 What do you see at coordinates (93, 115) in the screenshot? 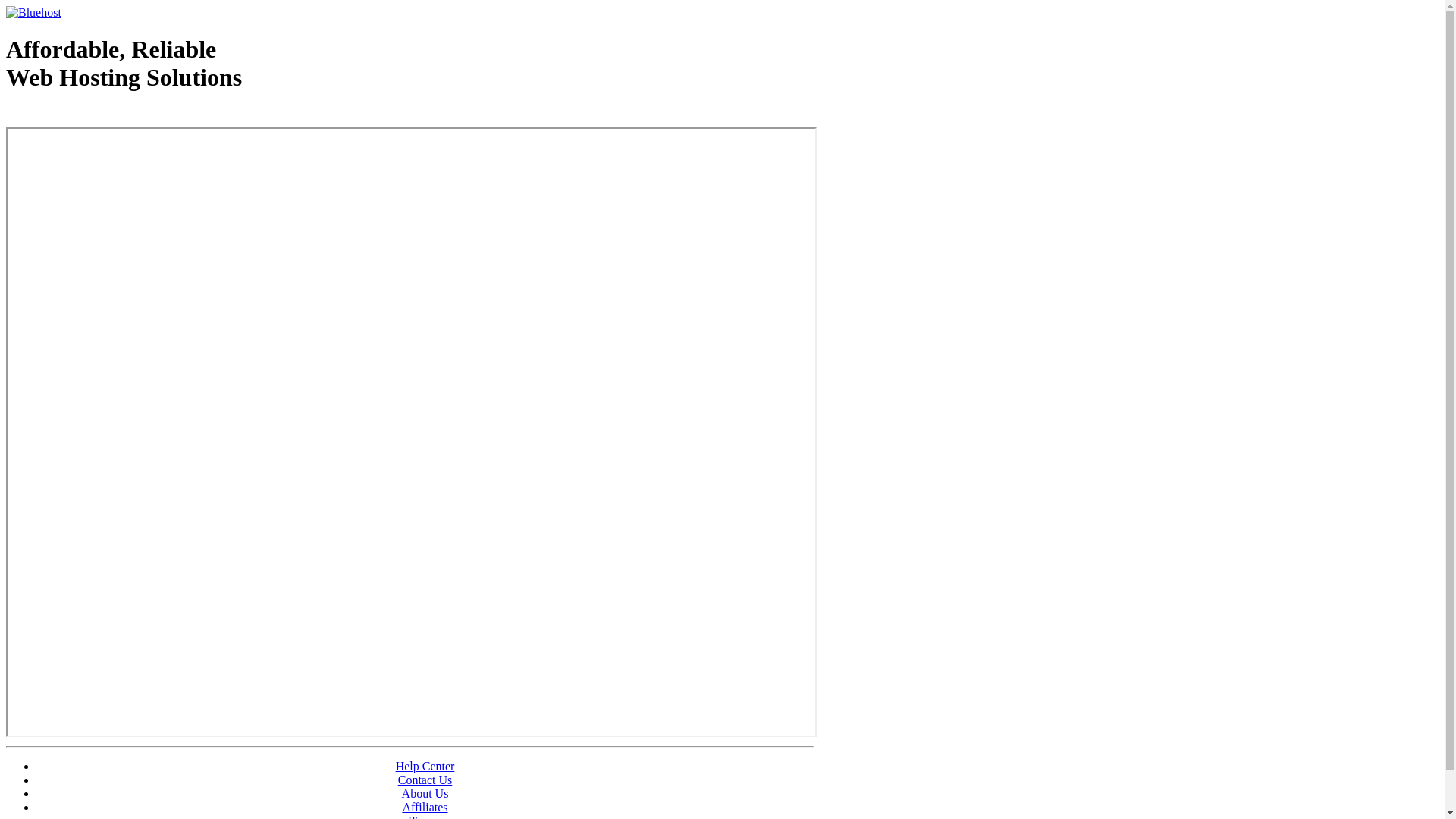
I see `'Web Hosting - courtesy of www.bluehost.com'` at bounding box center [93, 115].